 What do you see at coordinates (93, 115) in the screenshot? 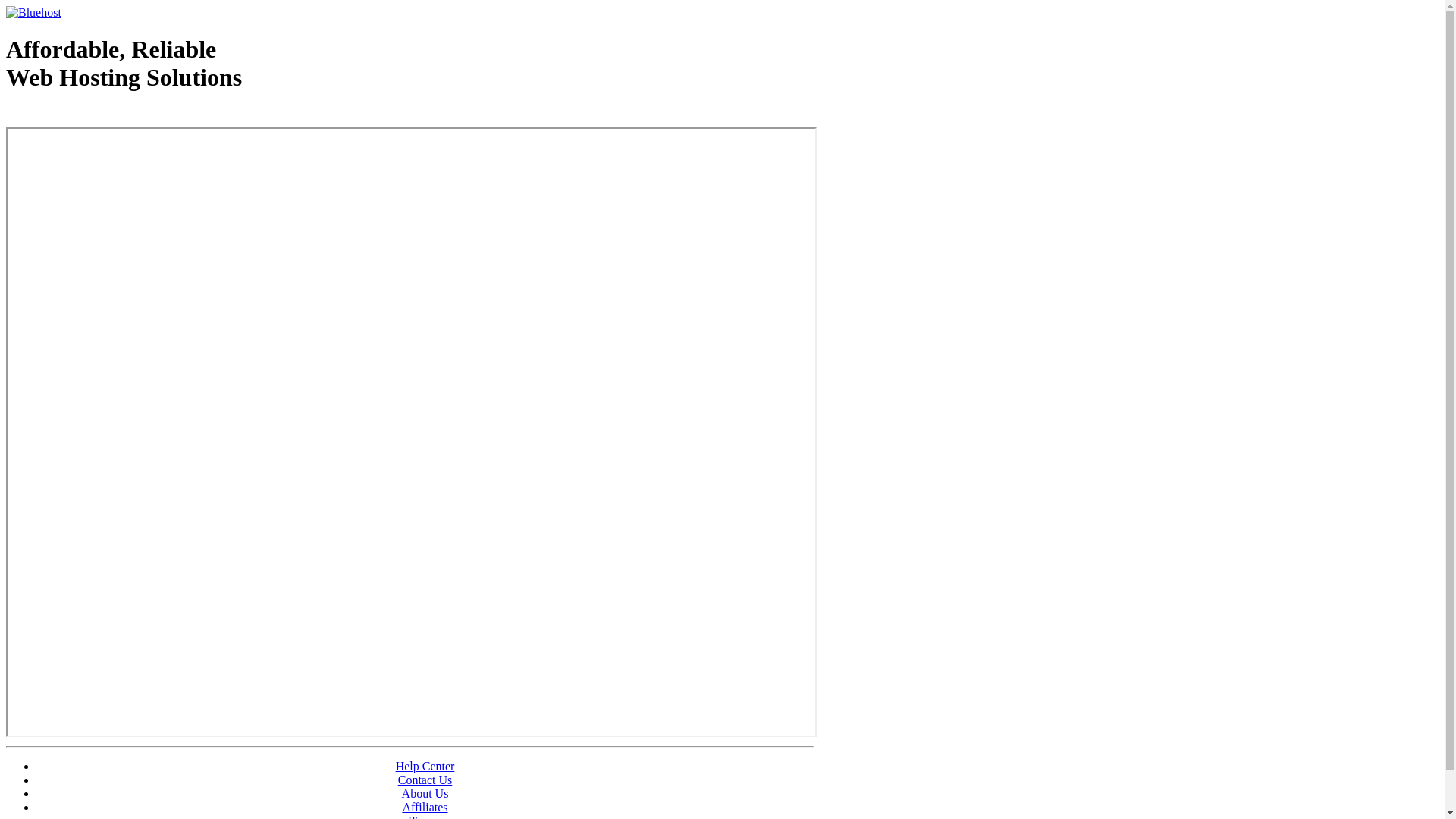
I see `'Web Hosting - courtesy of www.bluehost.com'` at bounding box center [93, 115].